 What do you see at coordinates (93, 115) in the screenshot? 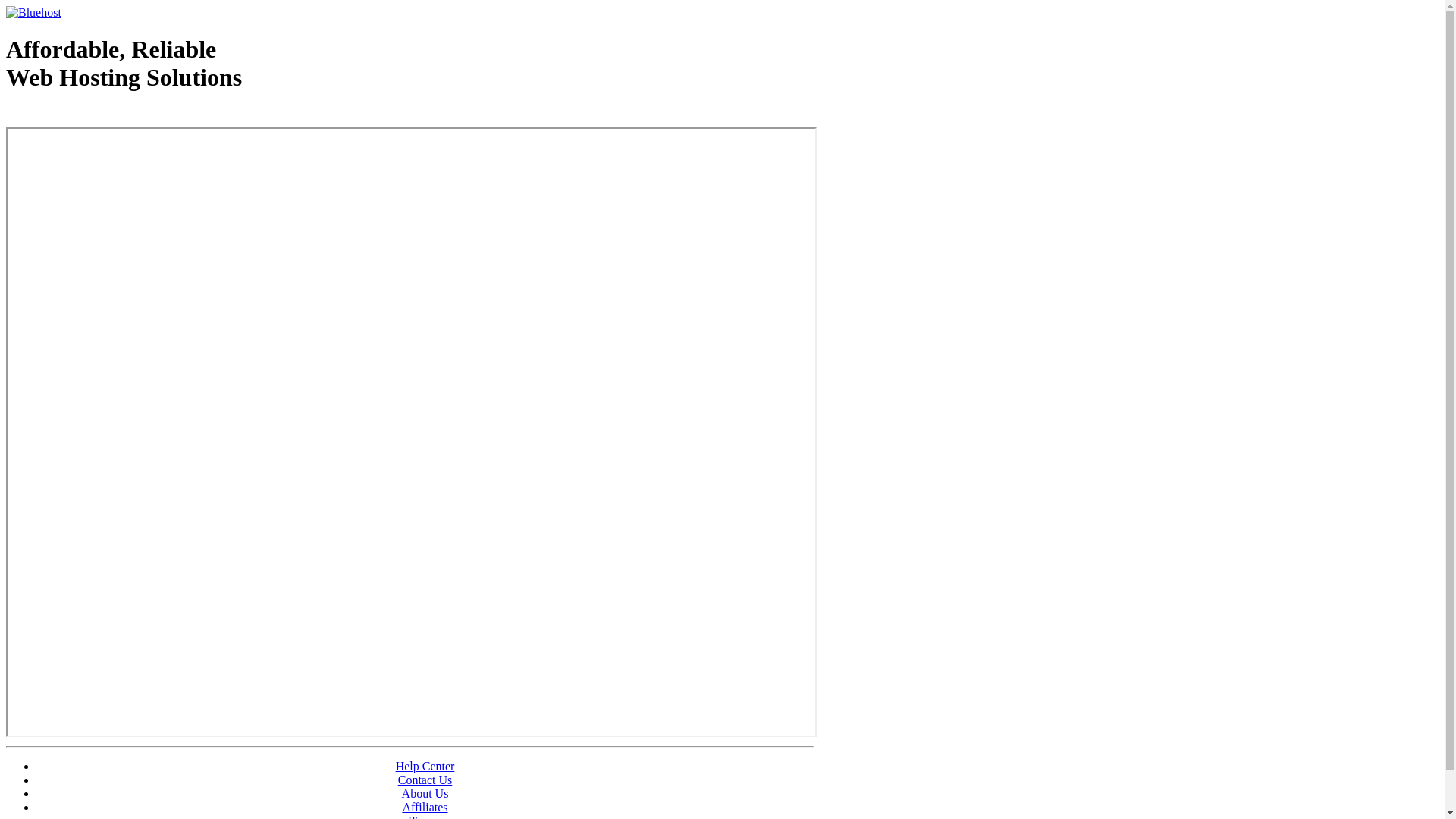
I see `'Web Hosting - courtesy of www.bluehost.com'` at bounding box center [93, 115].